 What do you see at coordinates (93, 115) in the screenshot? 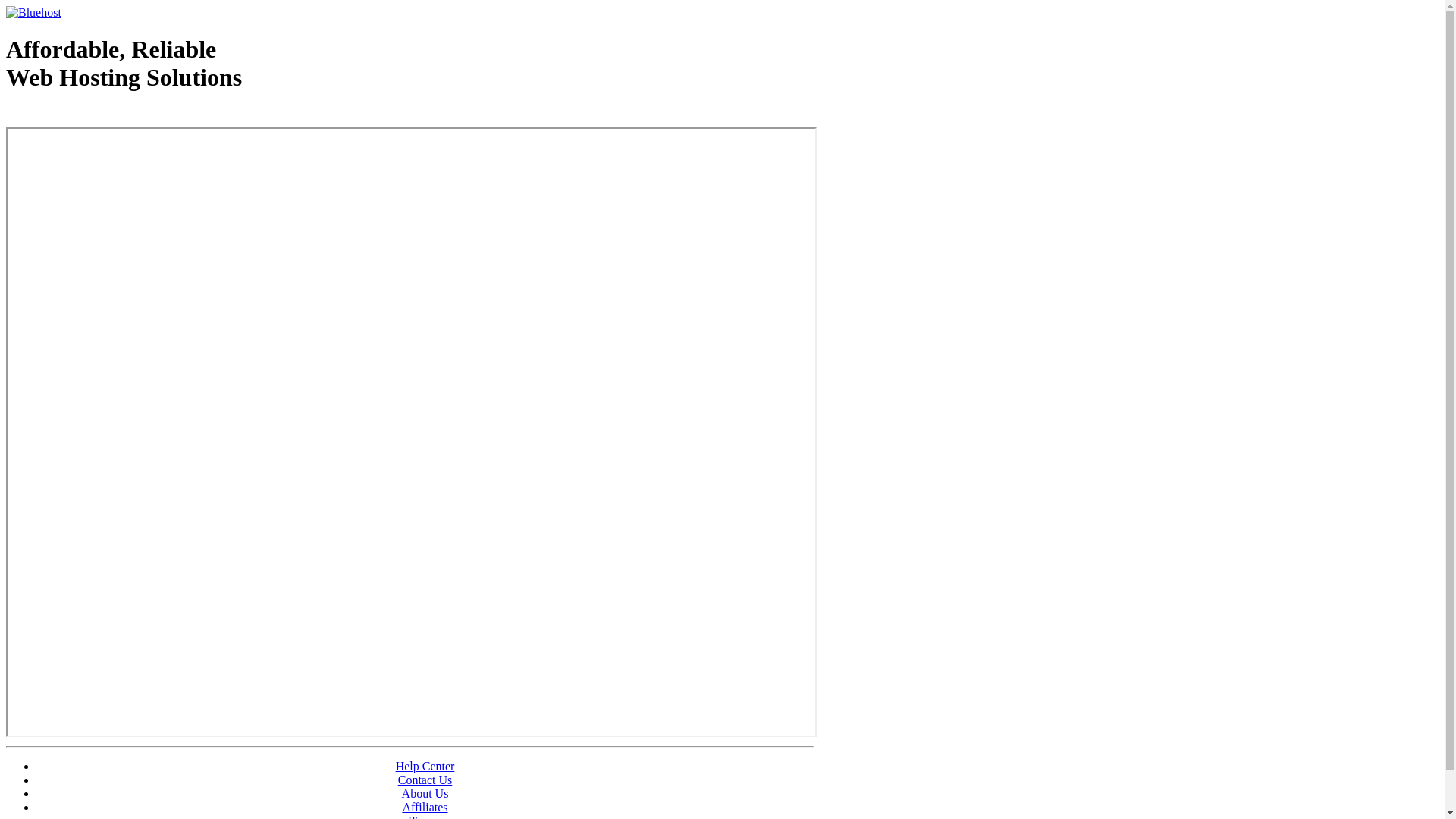
I see `'Web Hosting - courtesy of www.bluehost.com'` at bounding box center [93, 115].